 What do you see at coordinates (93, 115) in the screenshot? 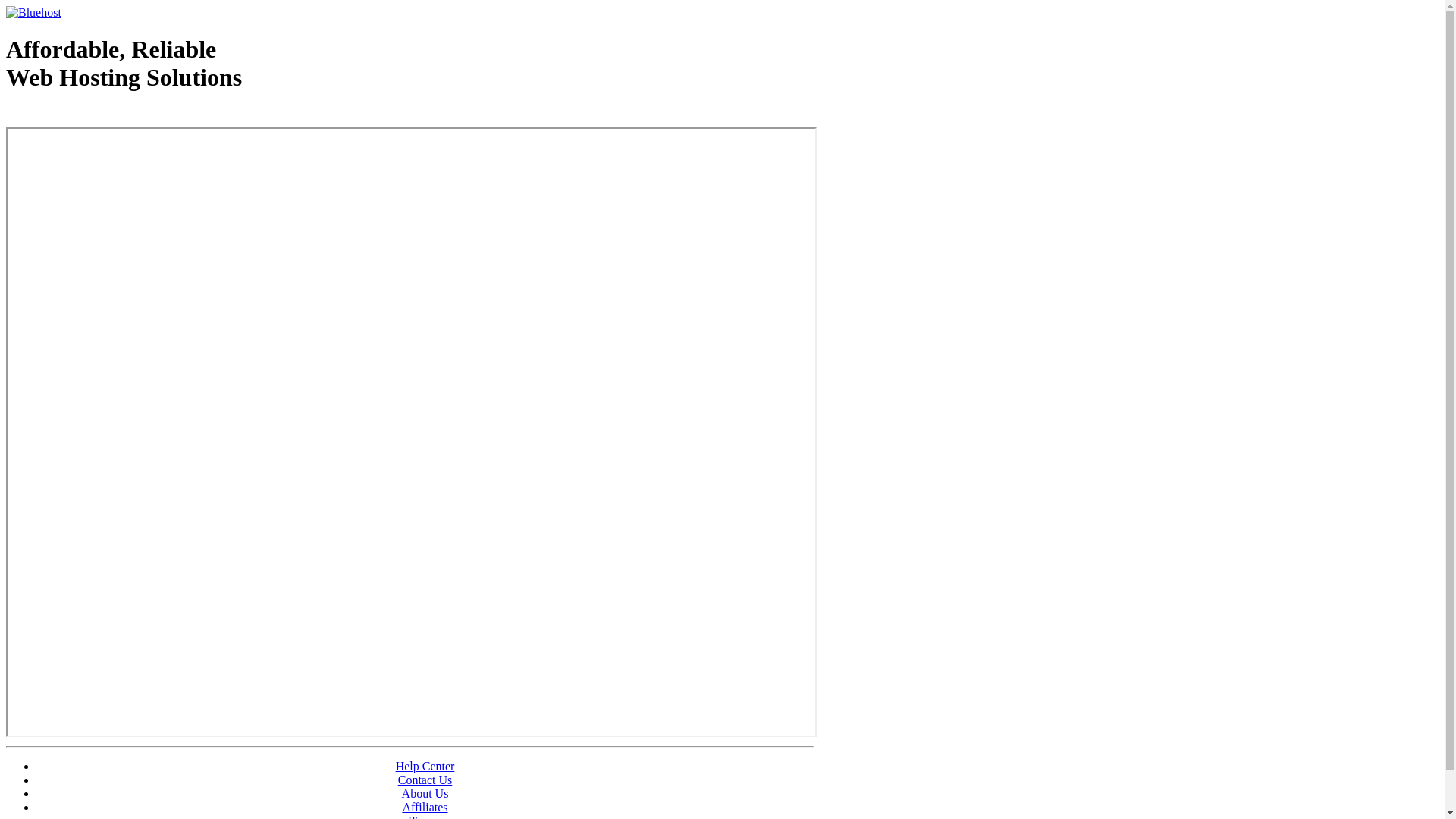
I see `'Web Hosting - courtesy of www.bluehost.com'` at bounding box center [93, 115].